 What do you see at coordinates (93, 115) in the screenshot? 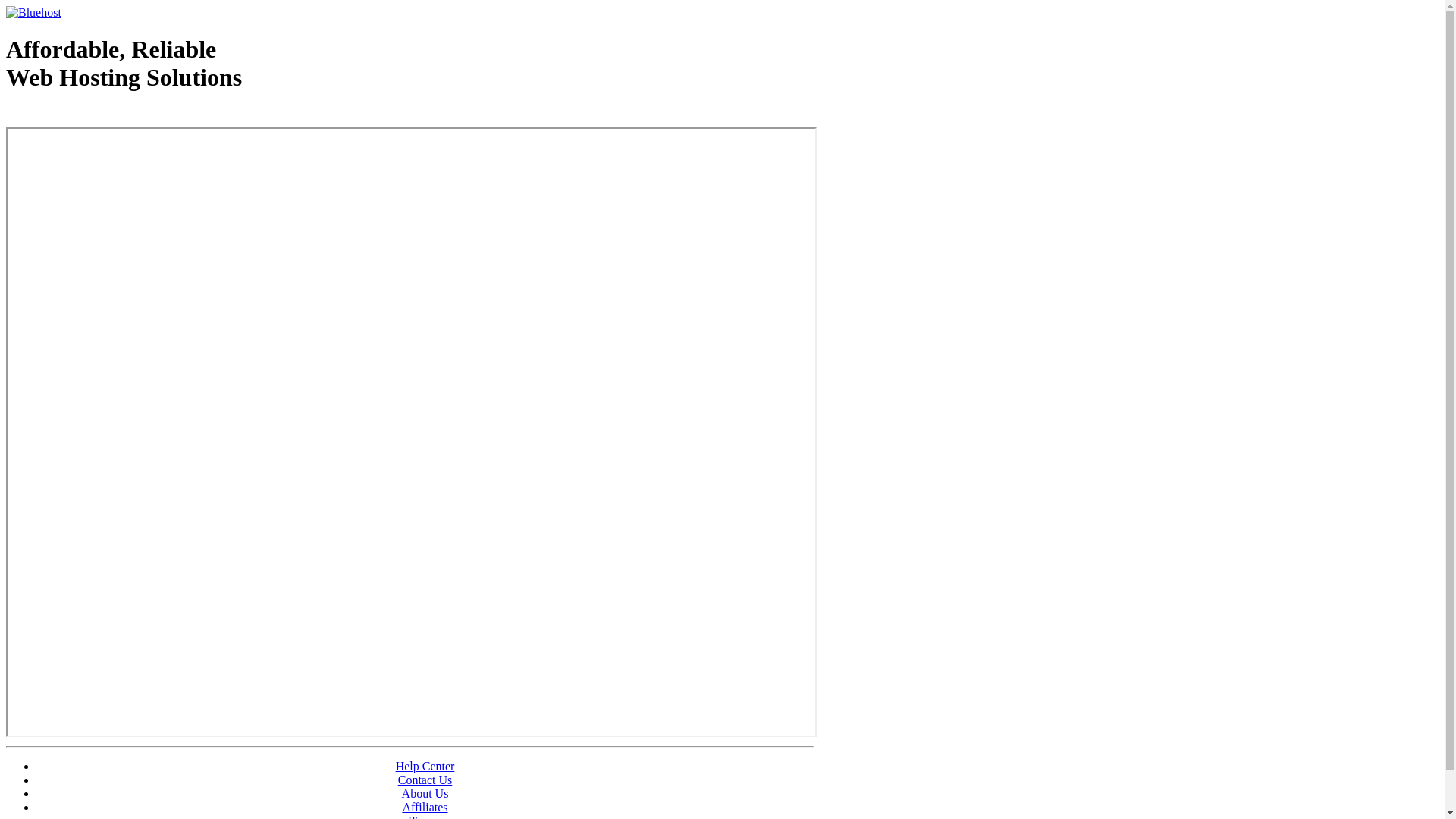
I see `'Web Hosting - courtesy of www.bluehost.com'` at bounding box center [93, 115].